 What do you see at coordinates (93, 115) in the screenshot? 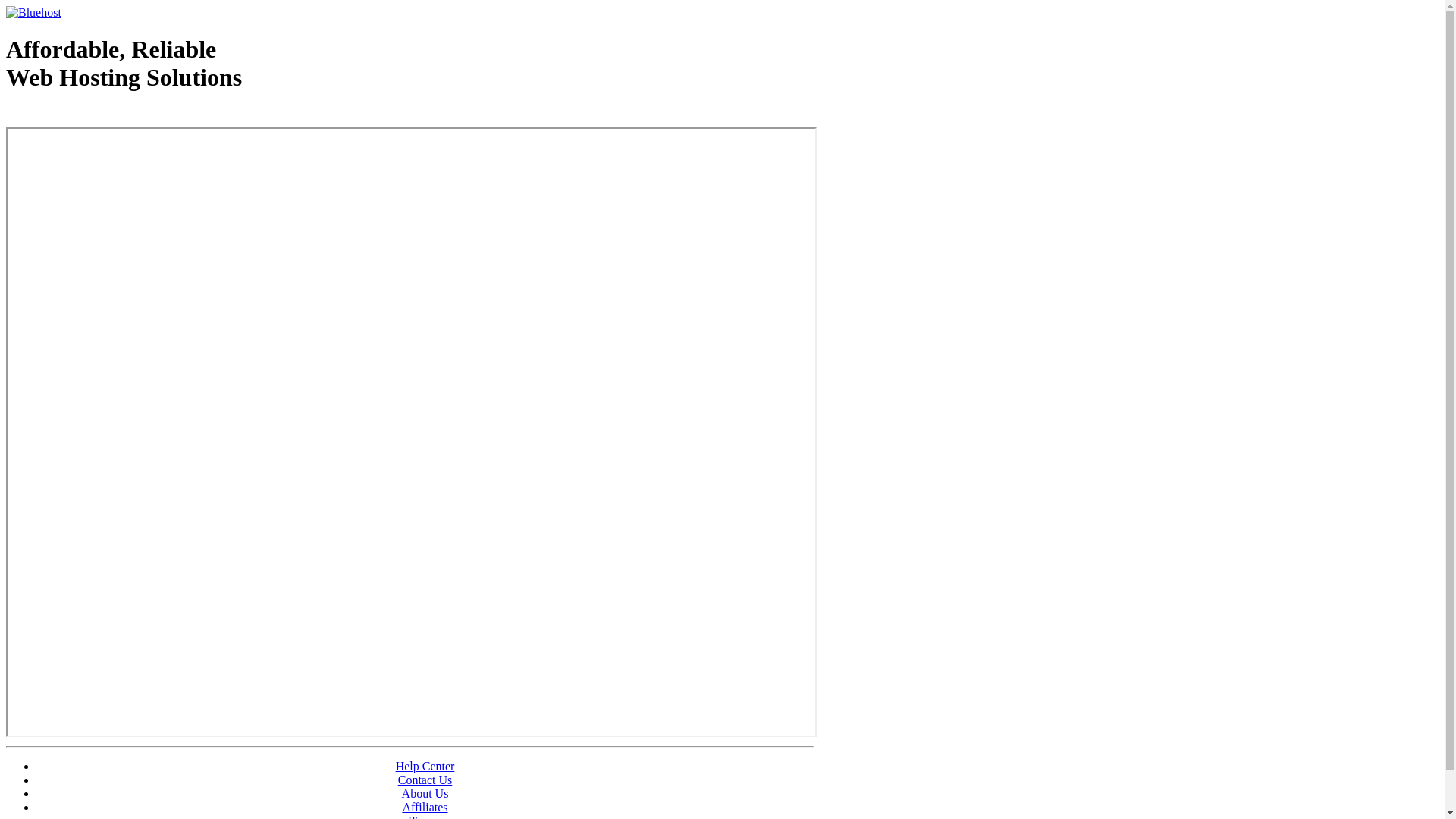
I see `'Web Hosting - courtesy of www.bluehost.com'` at bounding box center [93, 115].